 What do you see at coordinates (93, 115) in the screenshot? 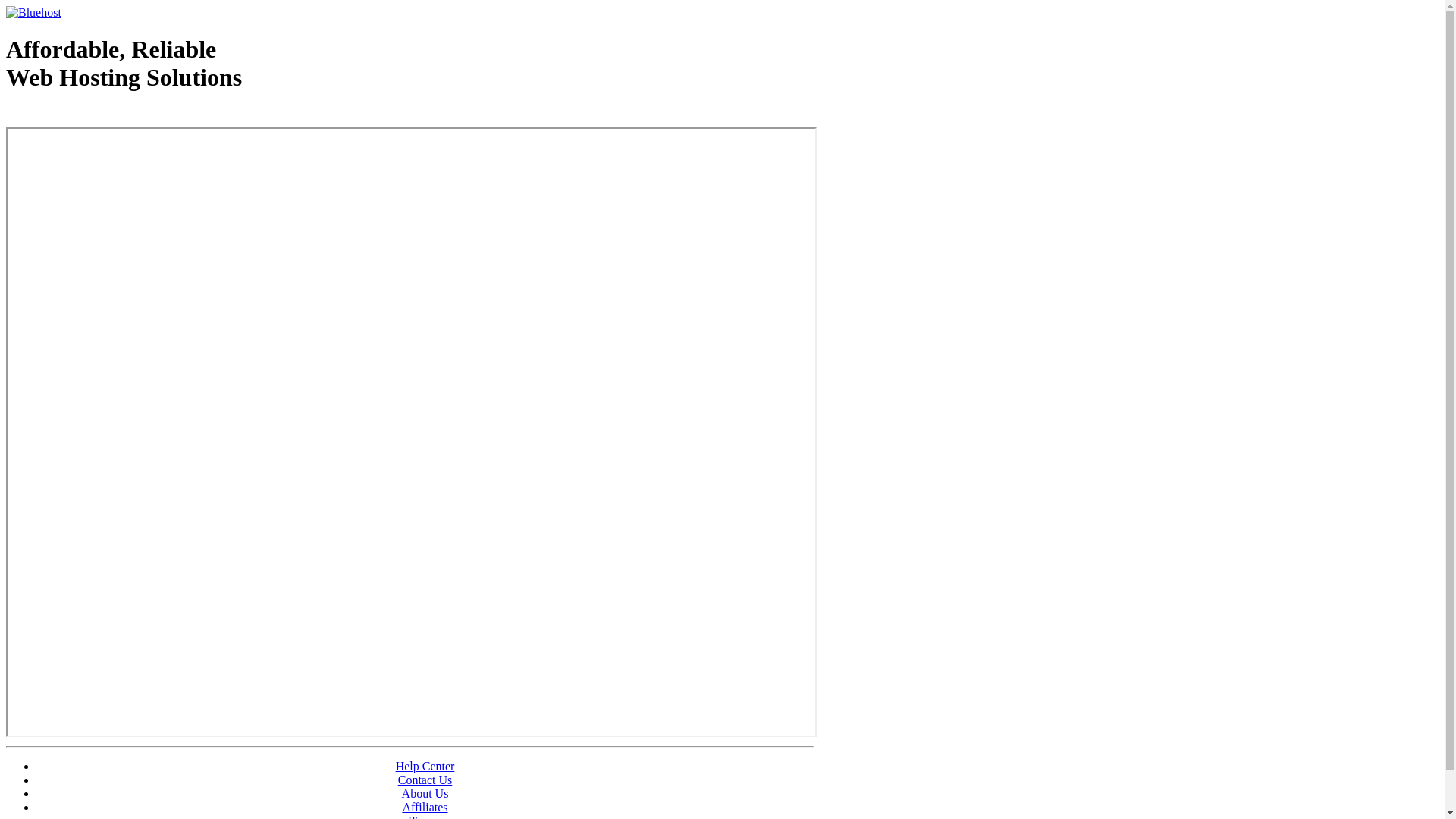
I see `'Web Hosting - courtesy of www.bluehost.com'` at bounding box center [93, 115].